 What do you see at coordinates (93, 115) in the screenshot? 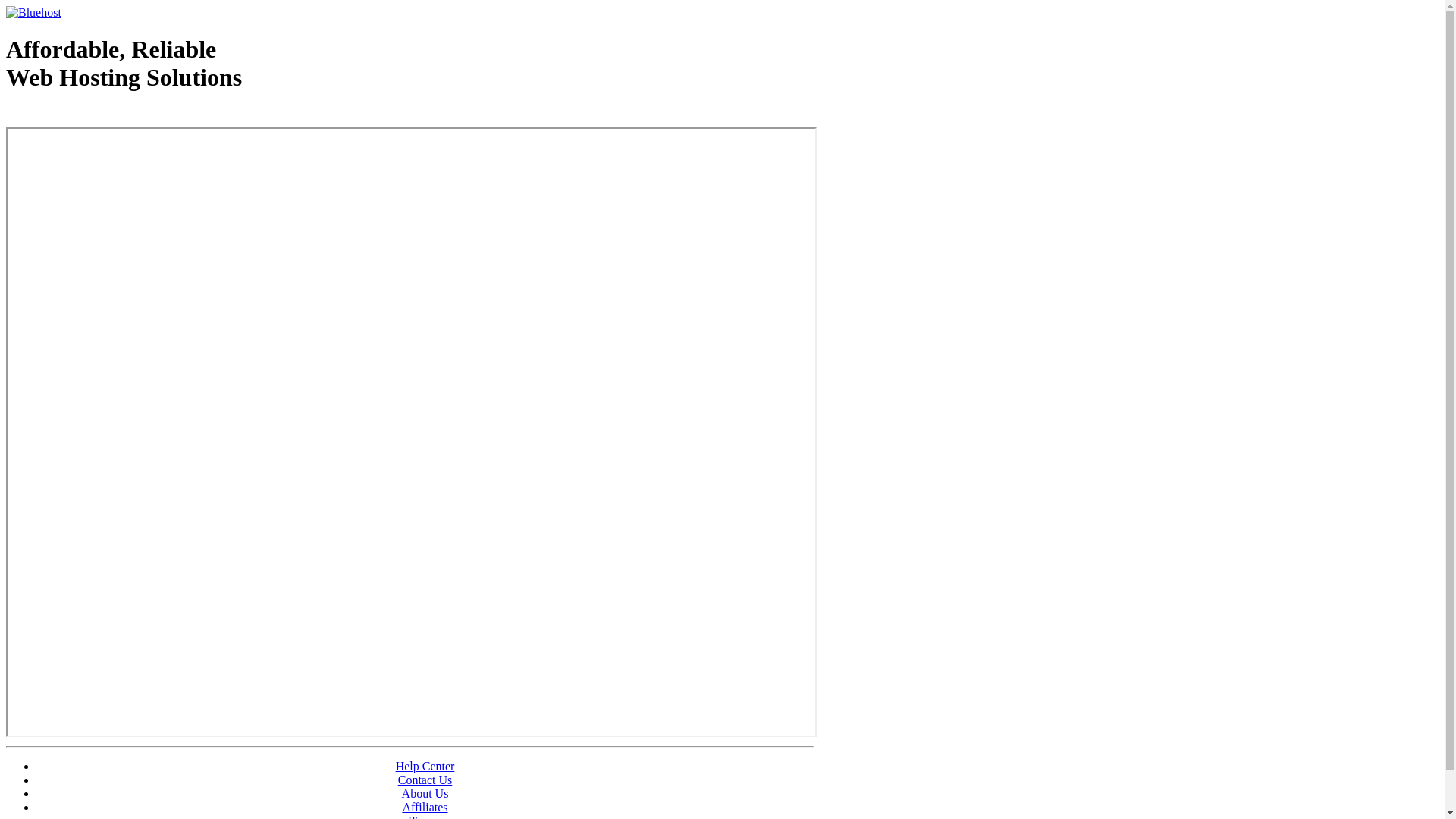
I see `'Web Hosting - courtesy of www.bluehost.com'` at bounding box center [93, 115].